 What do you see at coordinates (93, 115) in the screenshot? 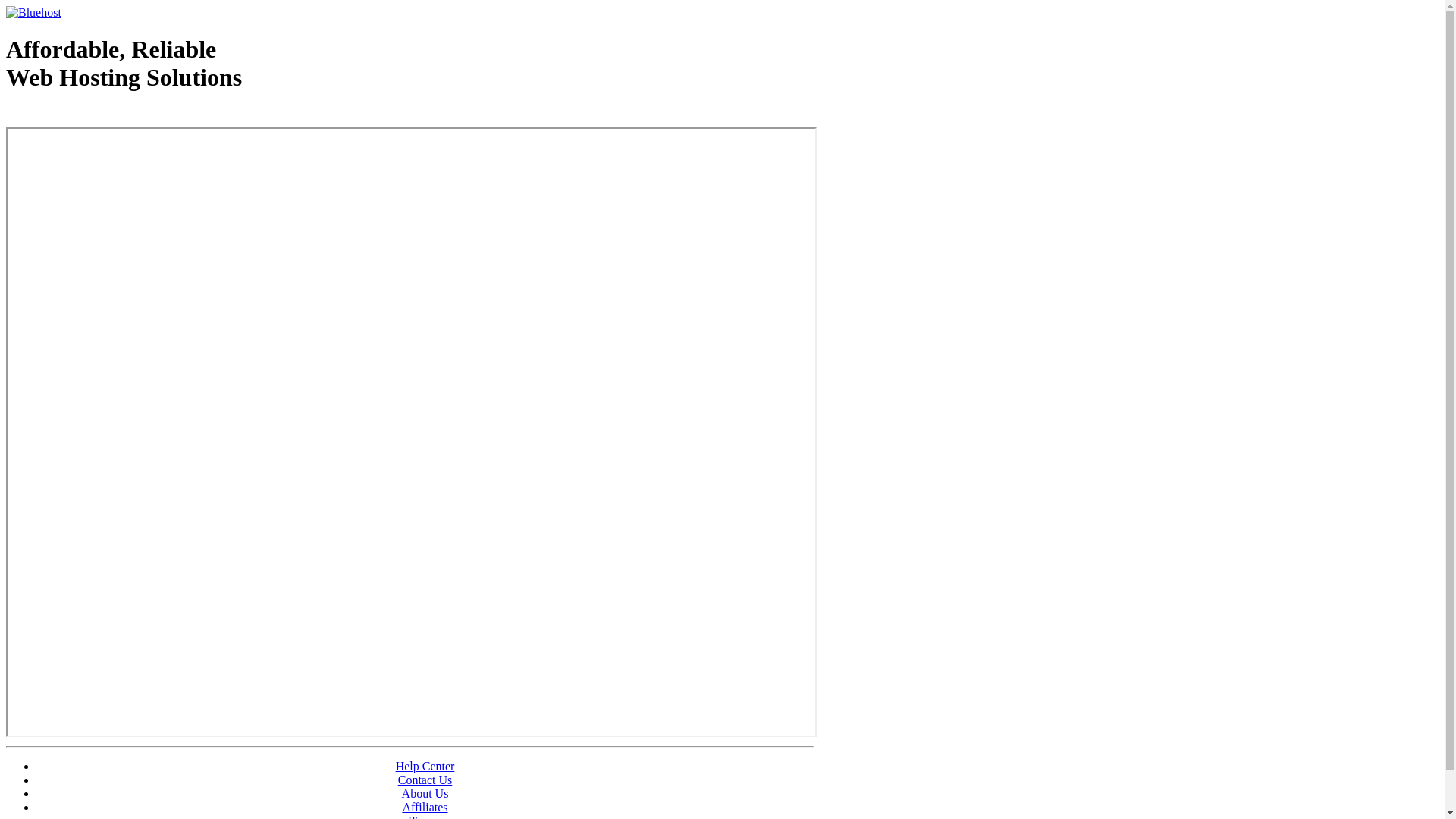
I see `'Web Hosting - courtesy of www.bluehost.com'` at bounding box center [93, 115].